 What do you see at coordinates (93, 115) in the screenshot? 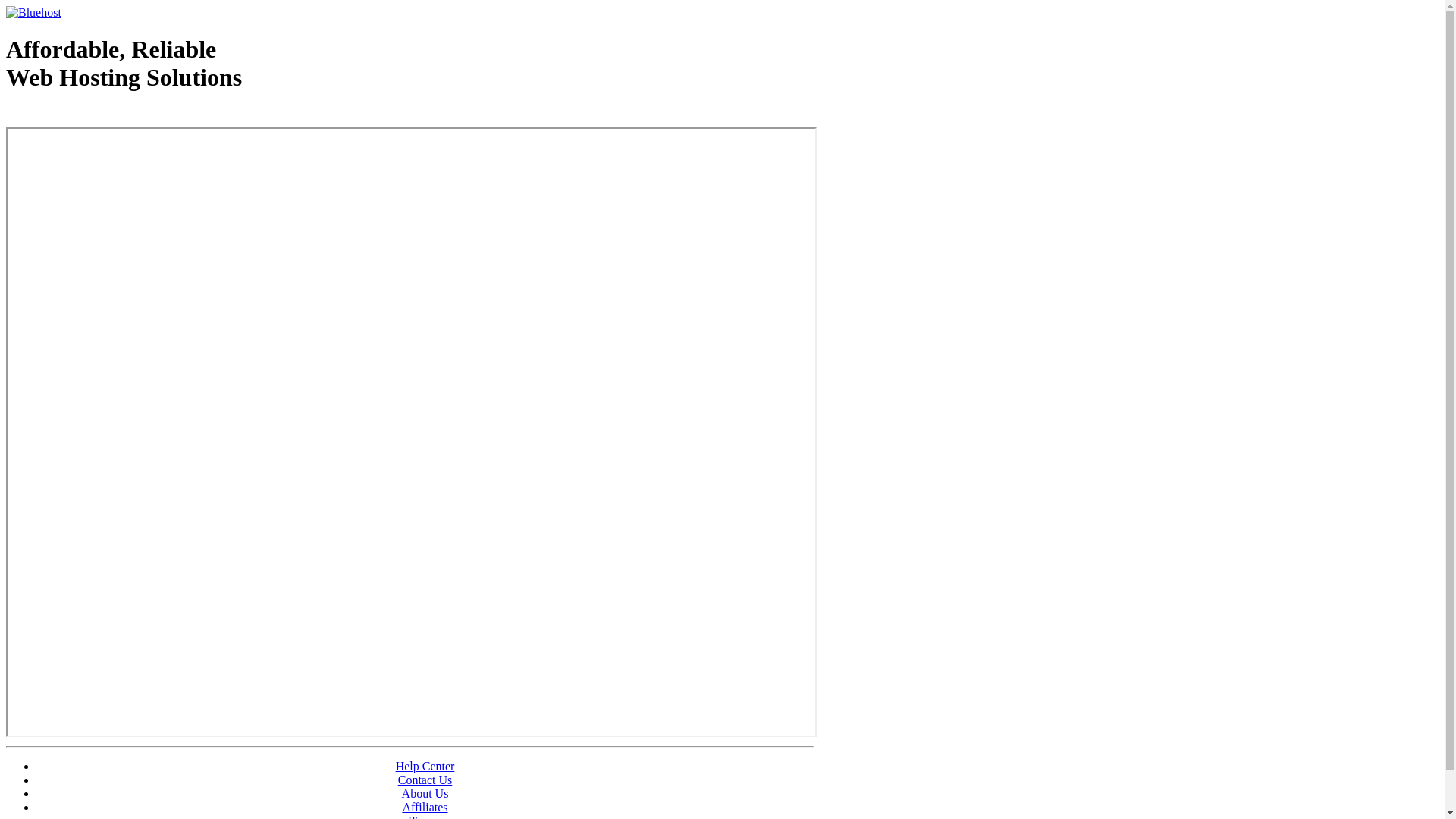
I see `'Web Hosting - courtesy of www.bluehost.com'` at bounding box center [93, 115].